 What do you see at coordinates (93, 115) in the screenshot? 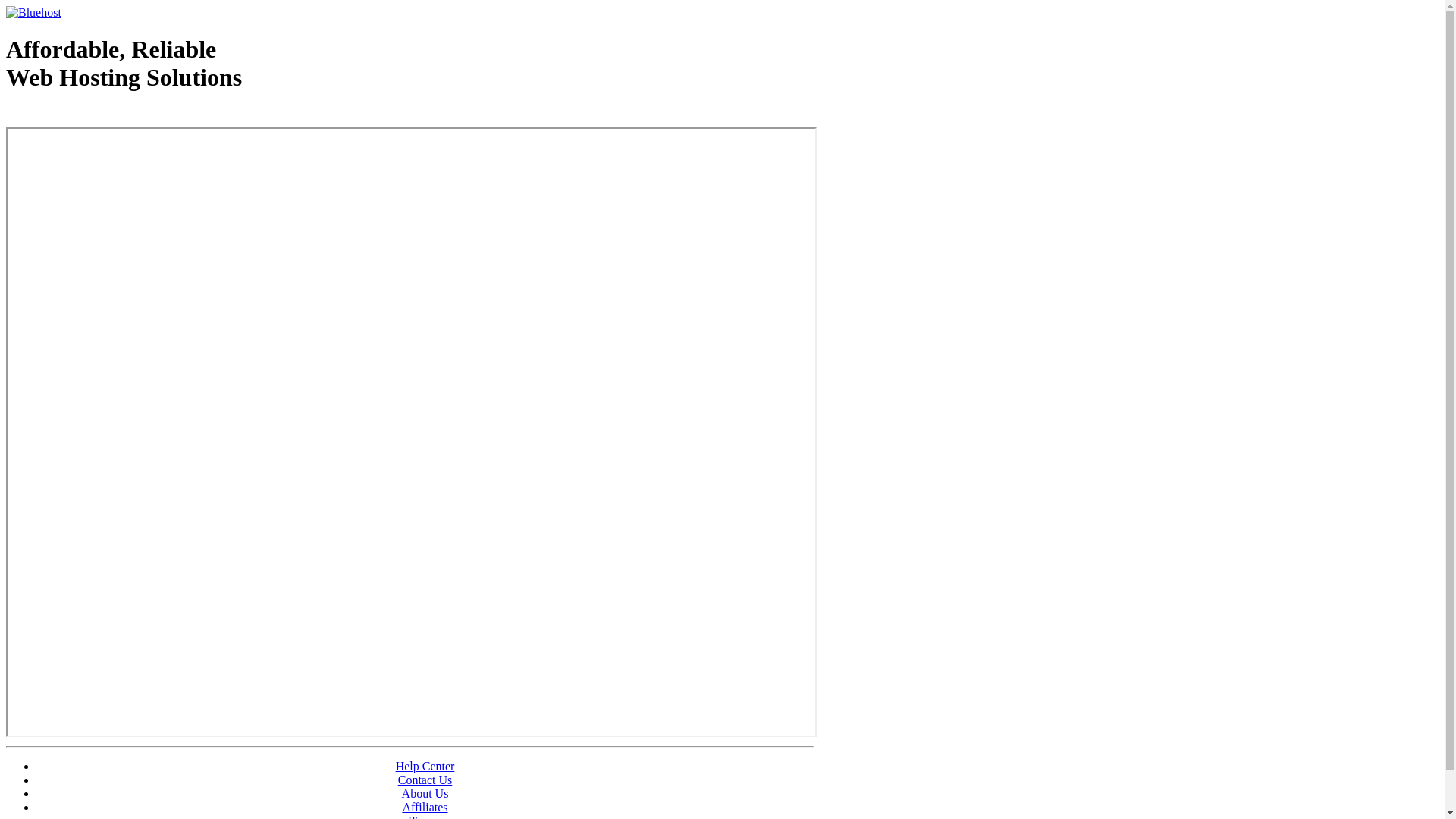
I see `'Web Hosting - courtesy of www.bluehost.com'` at bounding box center [93, 115].